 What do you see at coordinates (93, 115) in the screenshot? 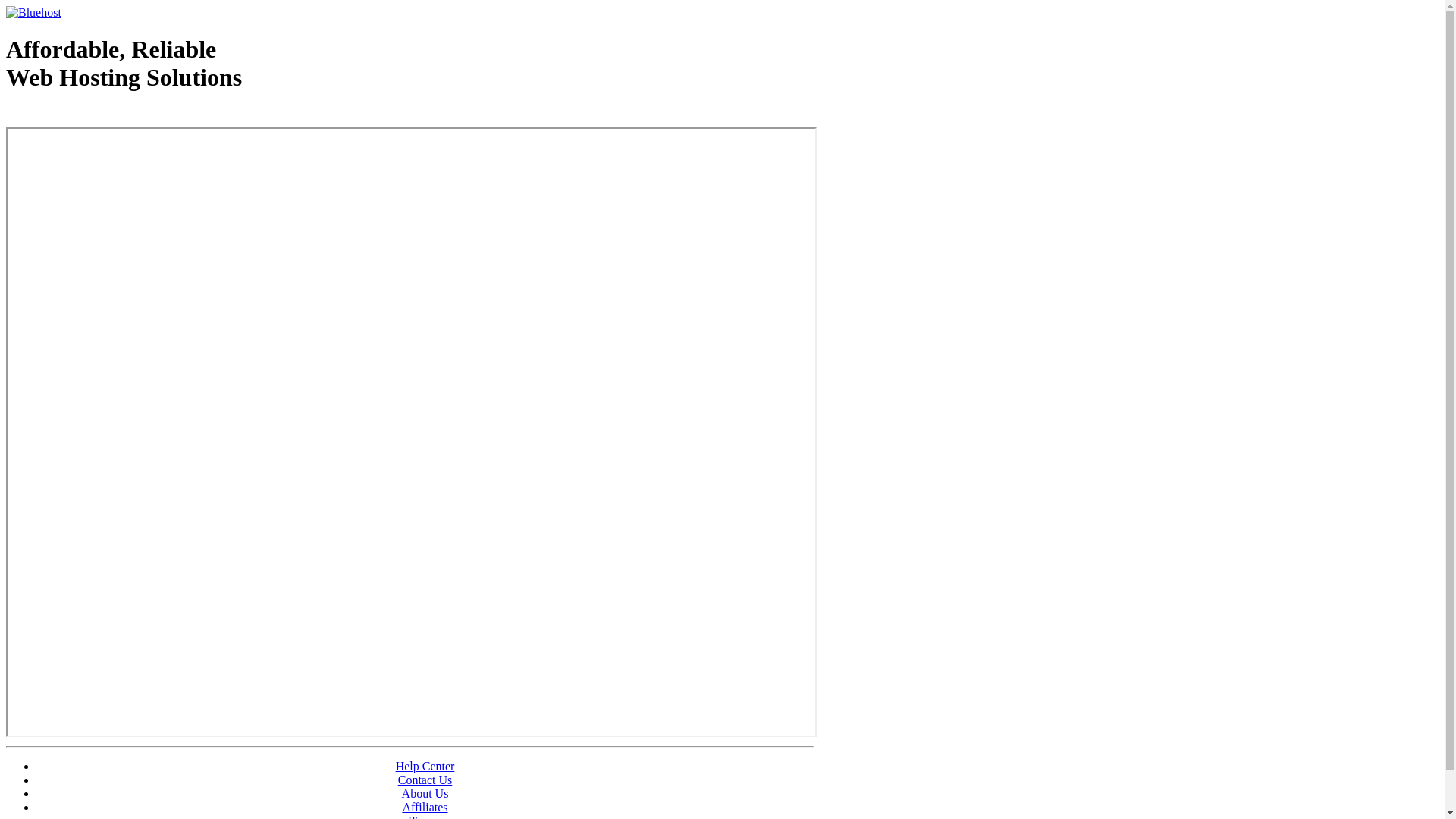
I see `'Web Hosting - courtesy of www.bluehost.com'` at bounding box center [93, 115].